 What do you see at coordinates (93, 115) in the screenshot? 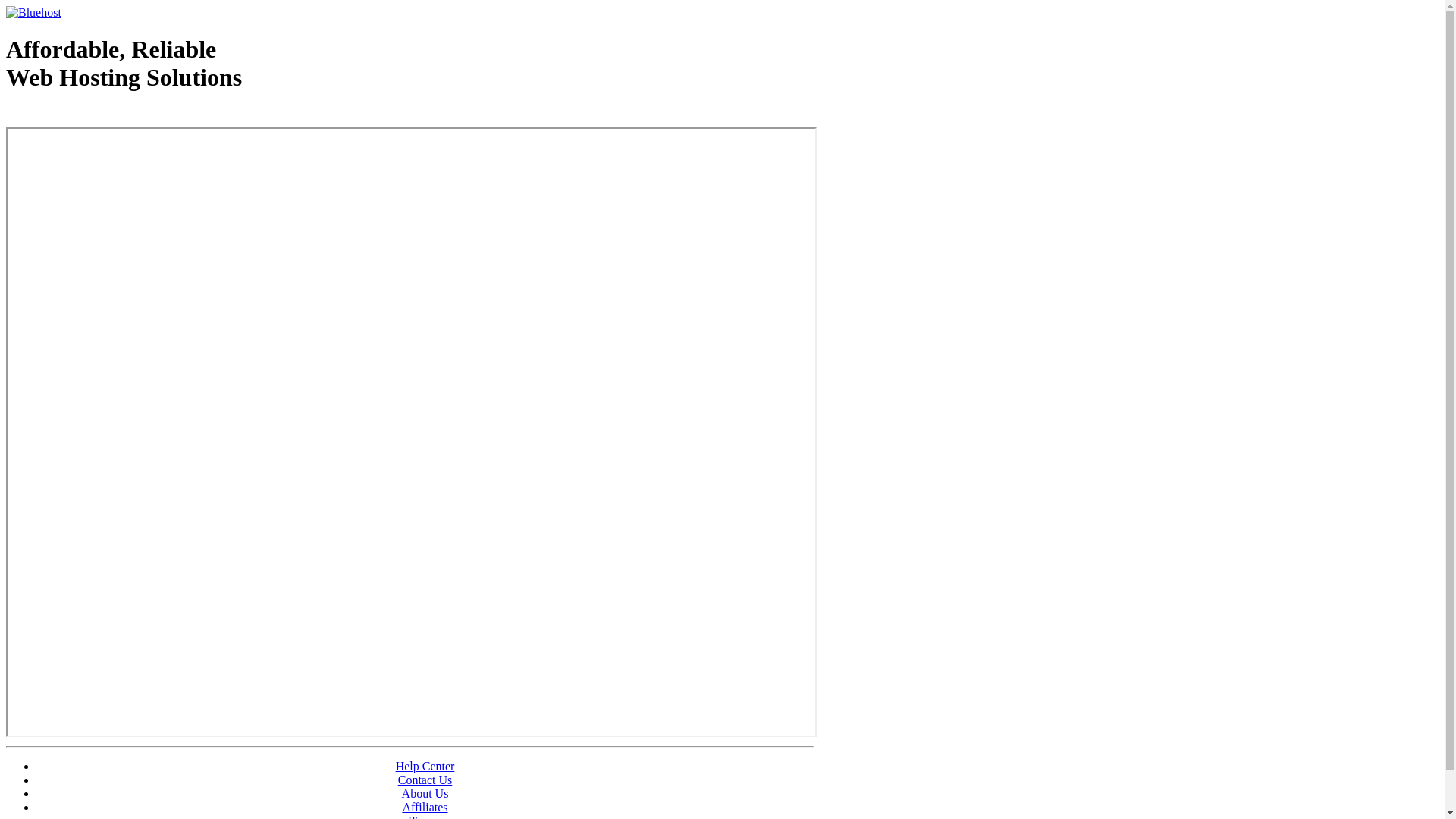
I see `'Web Hosting - courtesy of www.bluehost.com'` at bounding box center [93, 115].